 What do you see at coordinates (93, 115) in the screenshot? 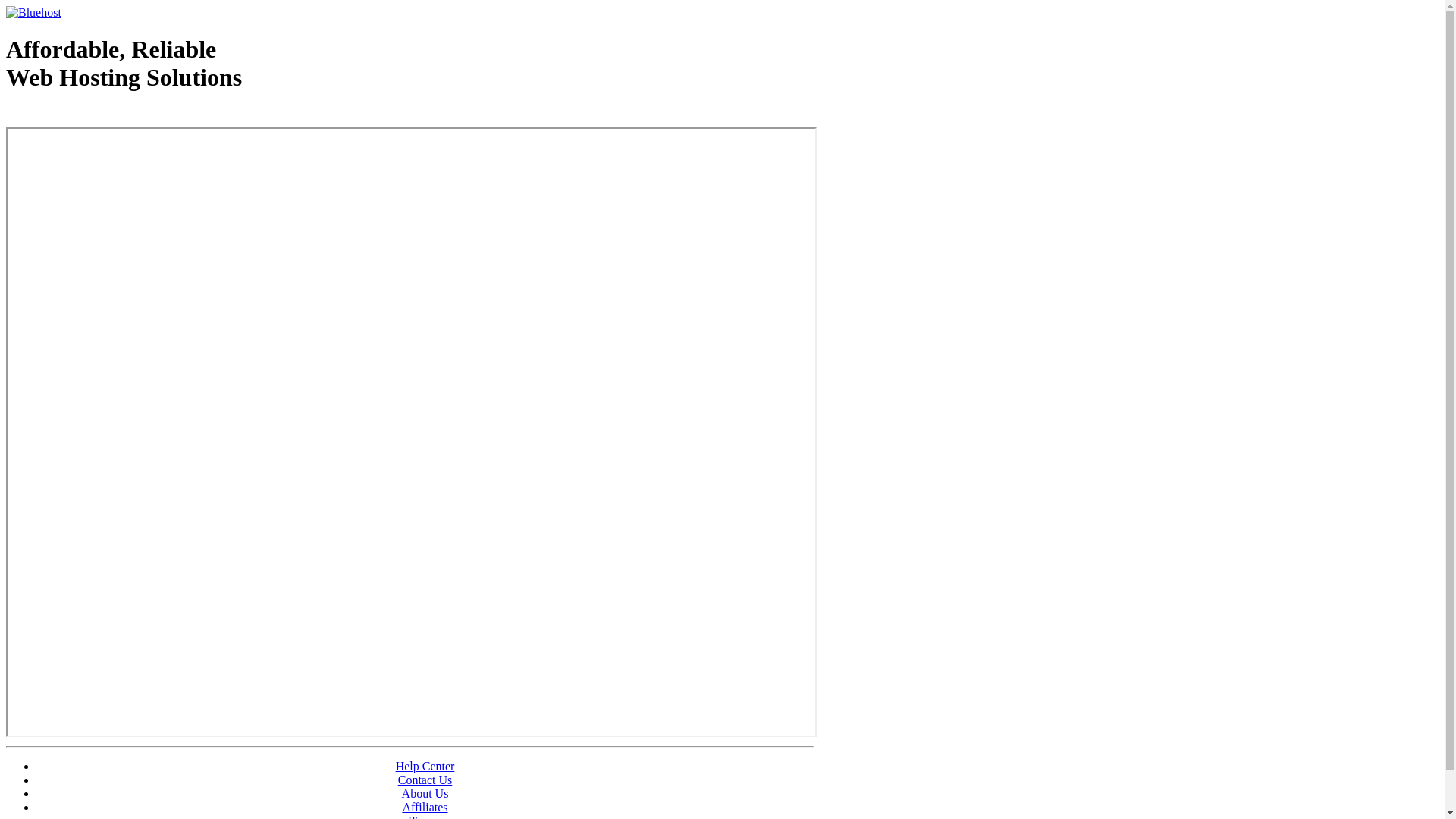
I see `'Web Hosting - courtesy of www.bluehost.com'` at bounding box center [93, 115].